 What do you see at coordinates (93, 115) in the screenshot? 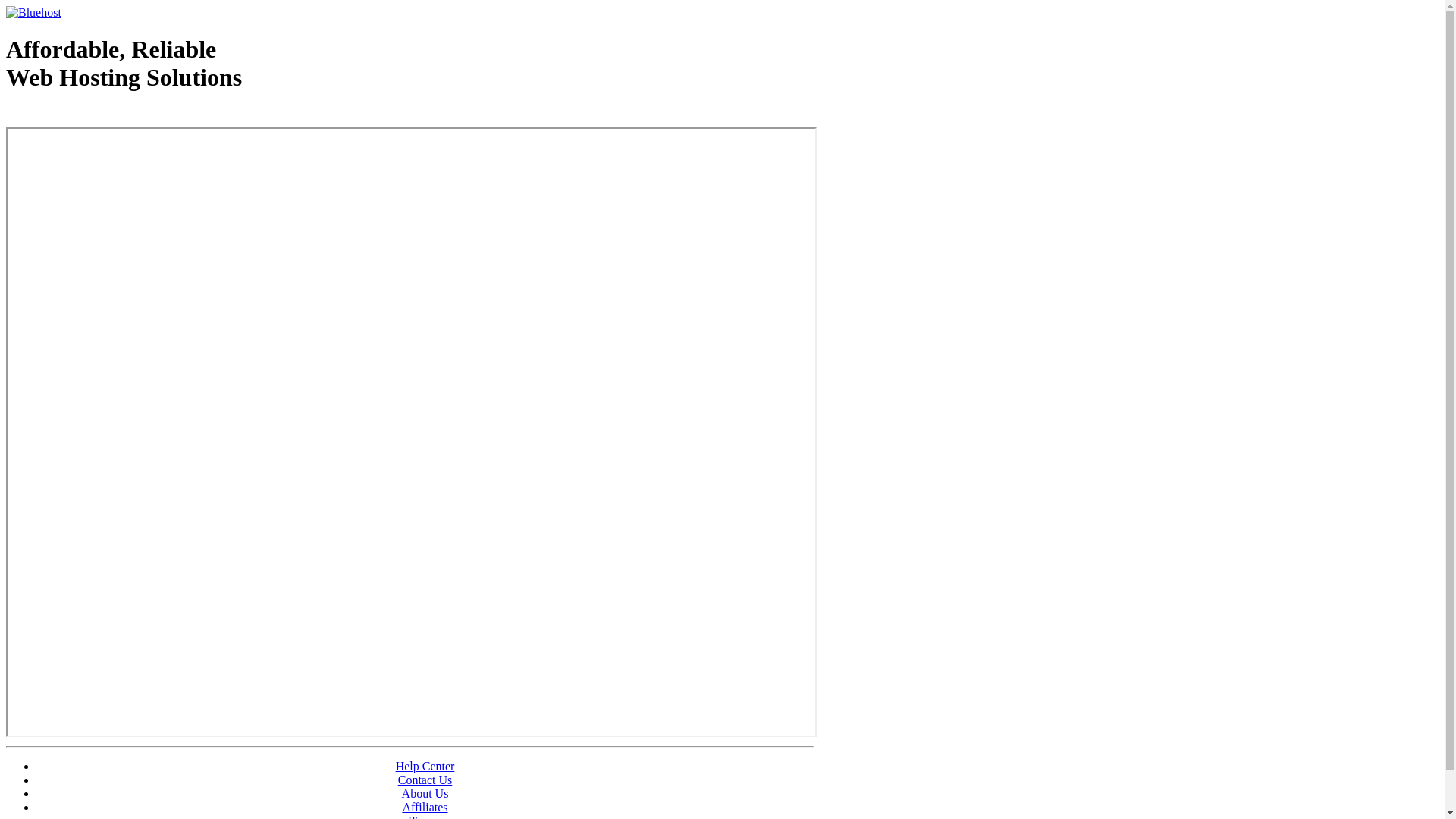
I see `'Web Hosting - courtesy of www.bluehost.com'` at bounding box center [93, 115].